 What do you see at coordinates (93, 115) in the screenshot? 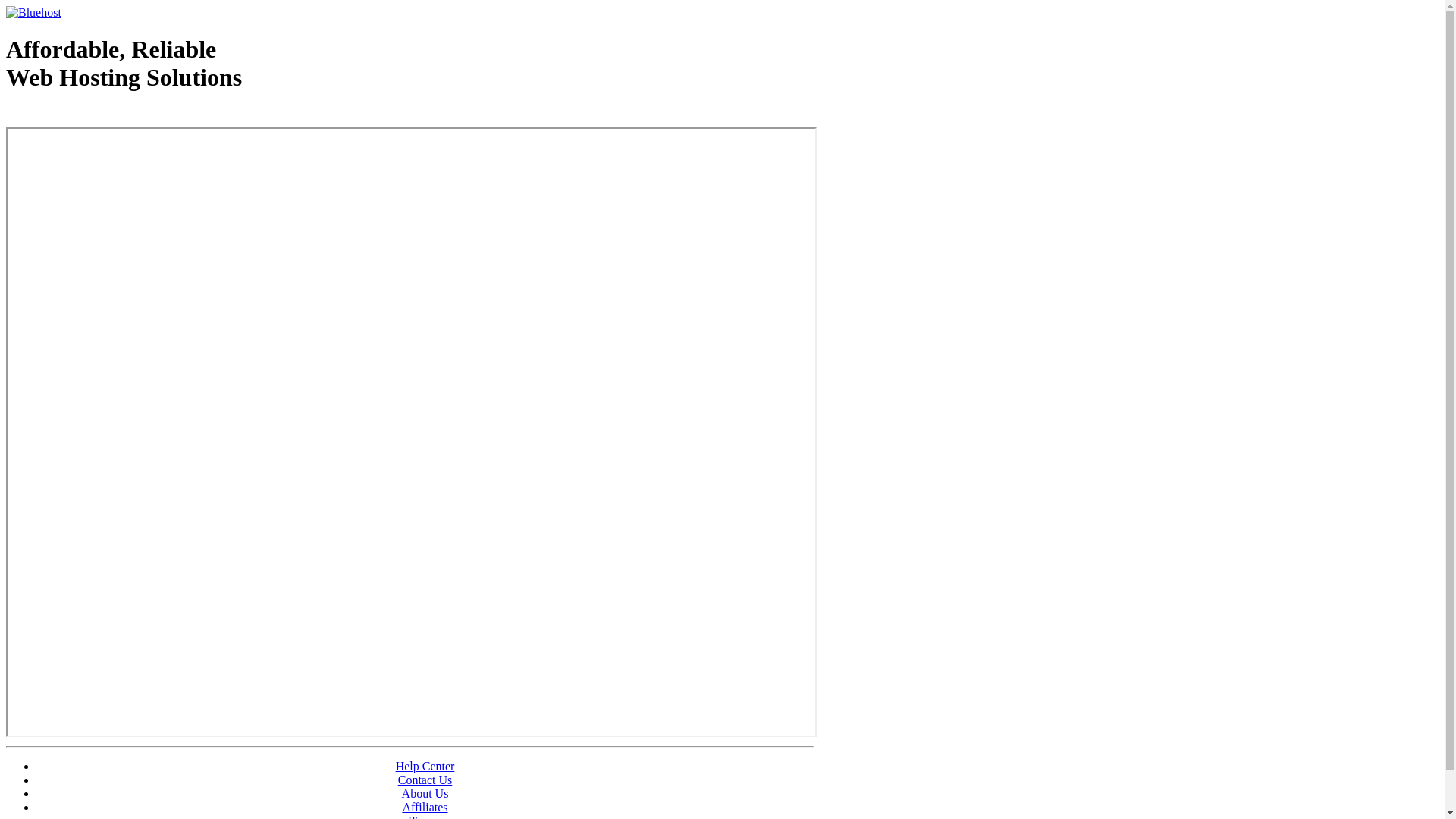
I see `'Web Hosting - courtesy of www.bluehost.com'` at bounding box center [93, 115].